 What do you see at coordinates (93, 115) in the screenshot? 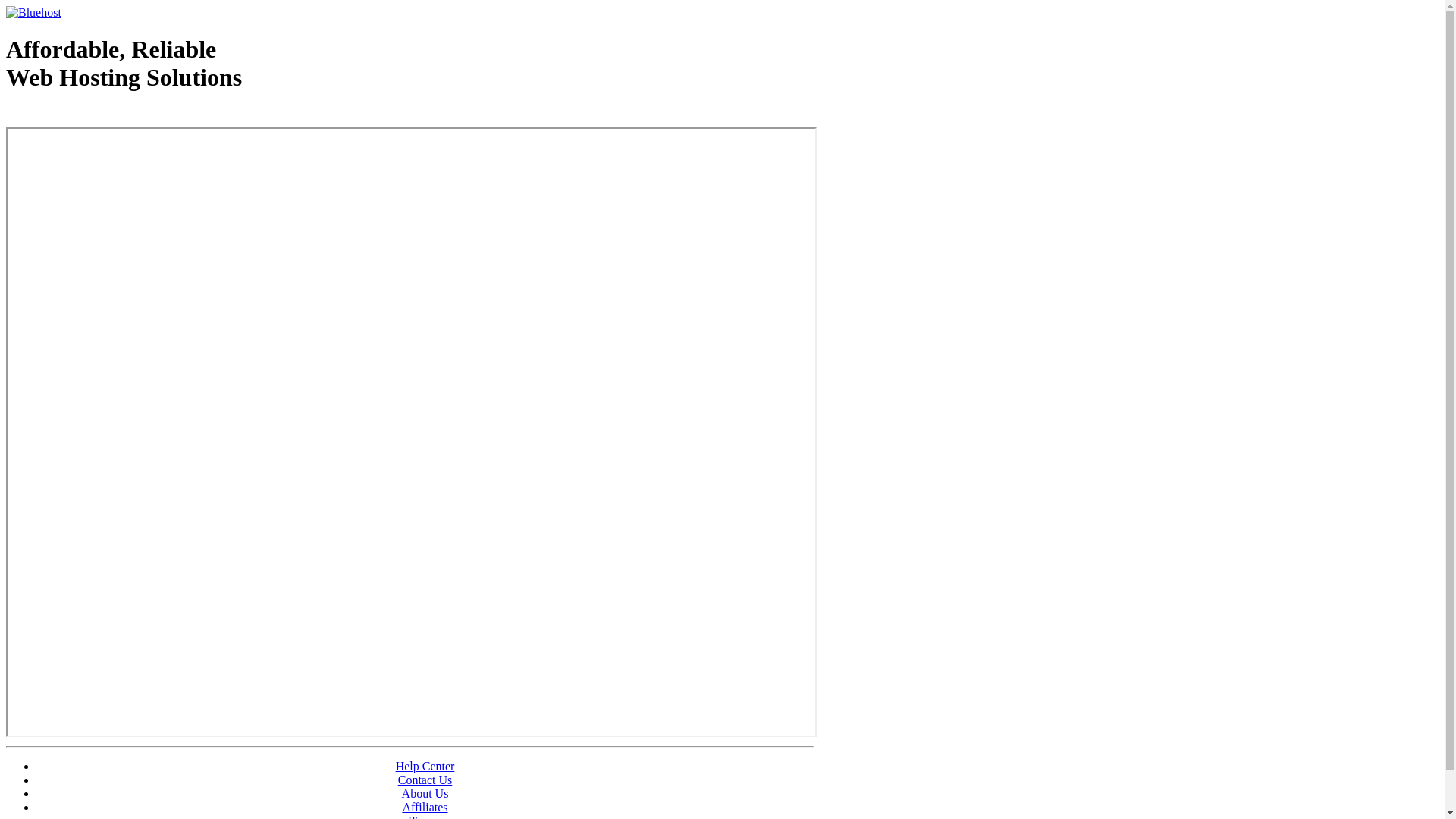
I see `'Web Hosting - courtesy of www.bluehost.com'` at bounding box center [93, 115].